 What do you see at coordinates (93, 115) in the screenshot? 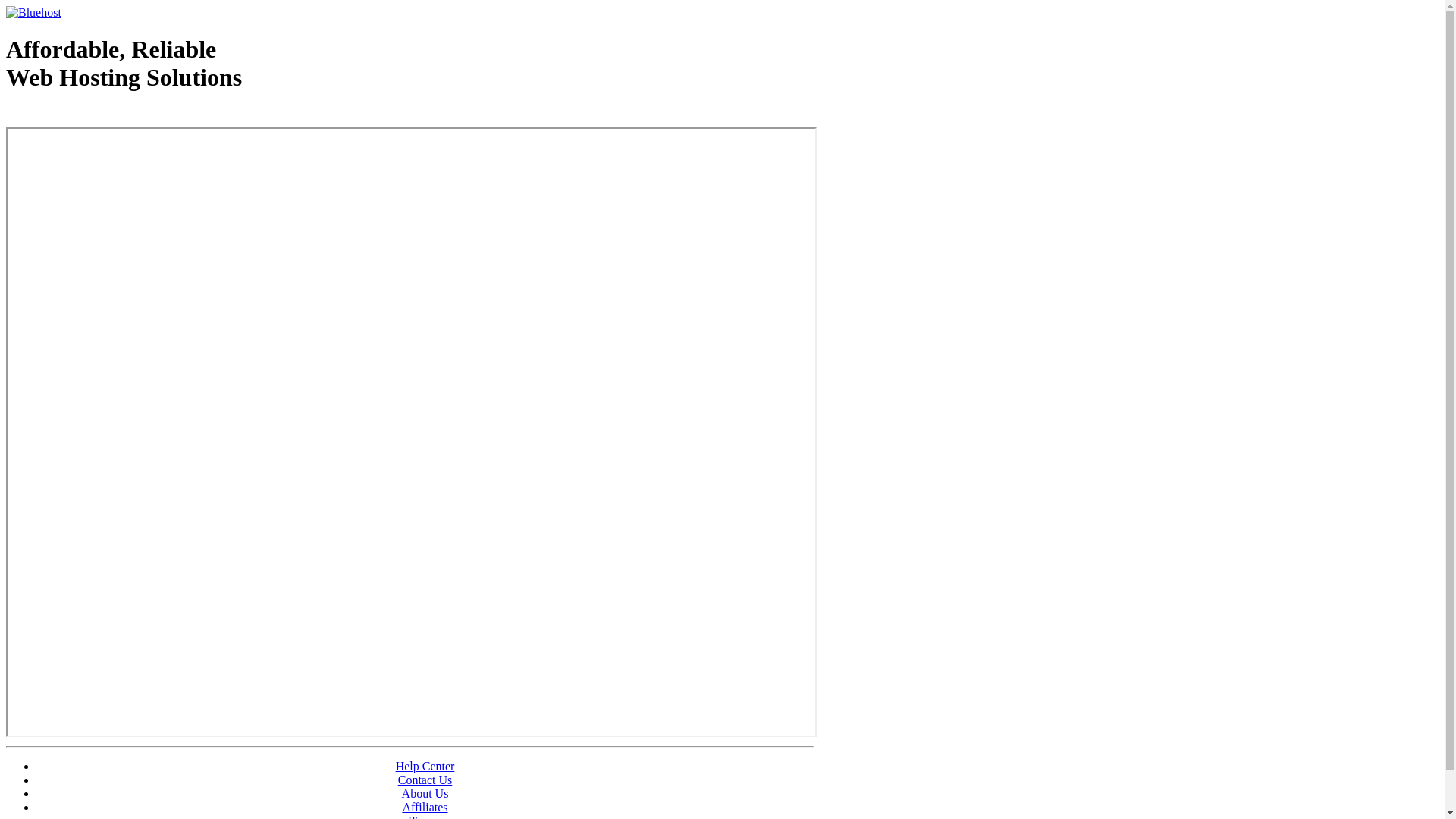
I see `'Web Hosting - courtesy of www.bluehost.com'` at bounding box center [93, 115].